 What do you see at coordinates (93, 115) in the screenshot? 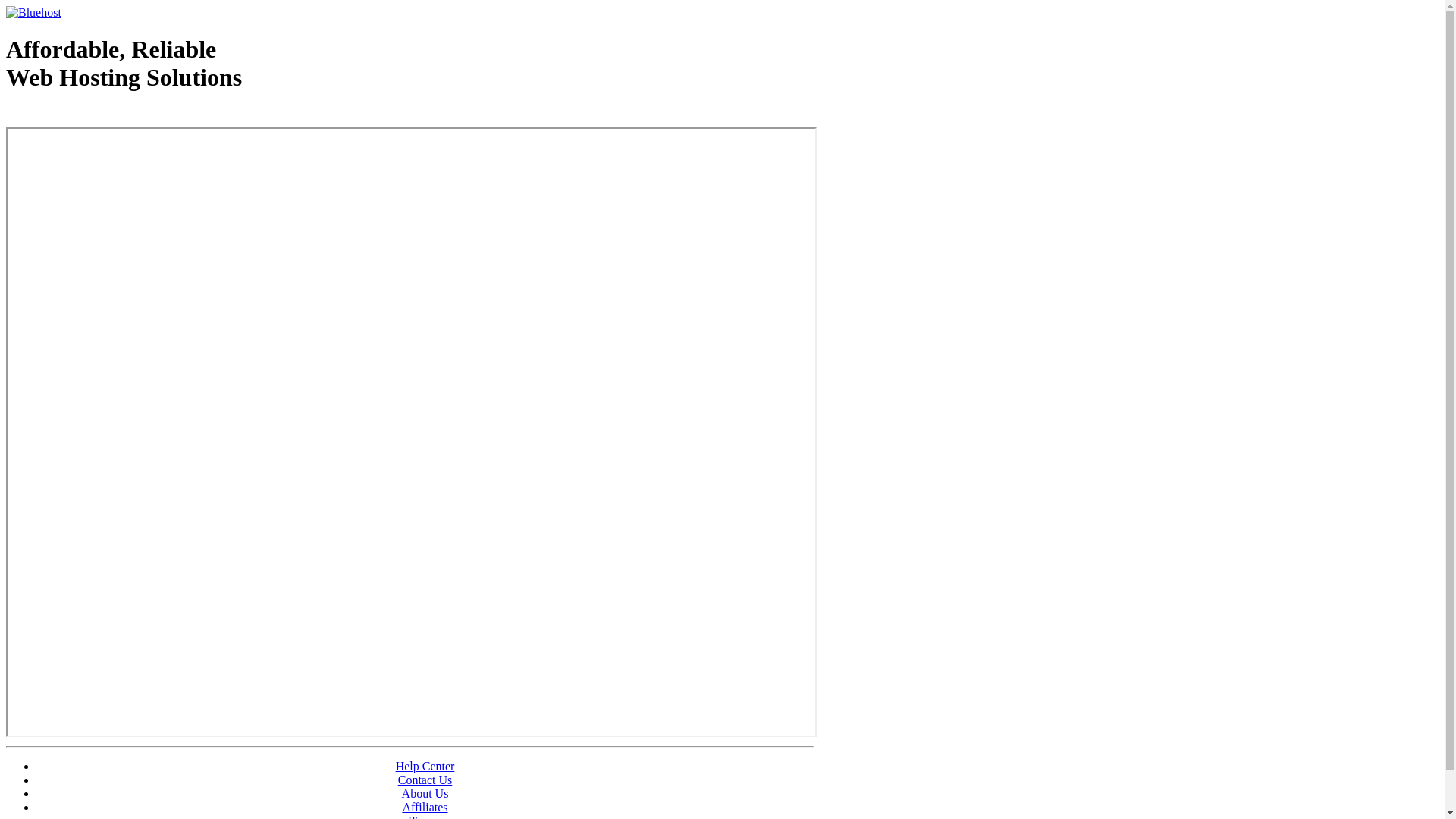
I see `'Web Hosting - courtesy of www.bluehost.com'` at bounding box center [93, 115].